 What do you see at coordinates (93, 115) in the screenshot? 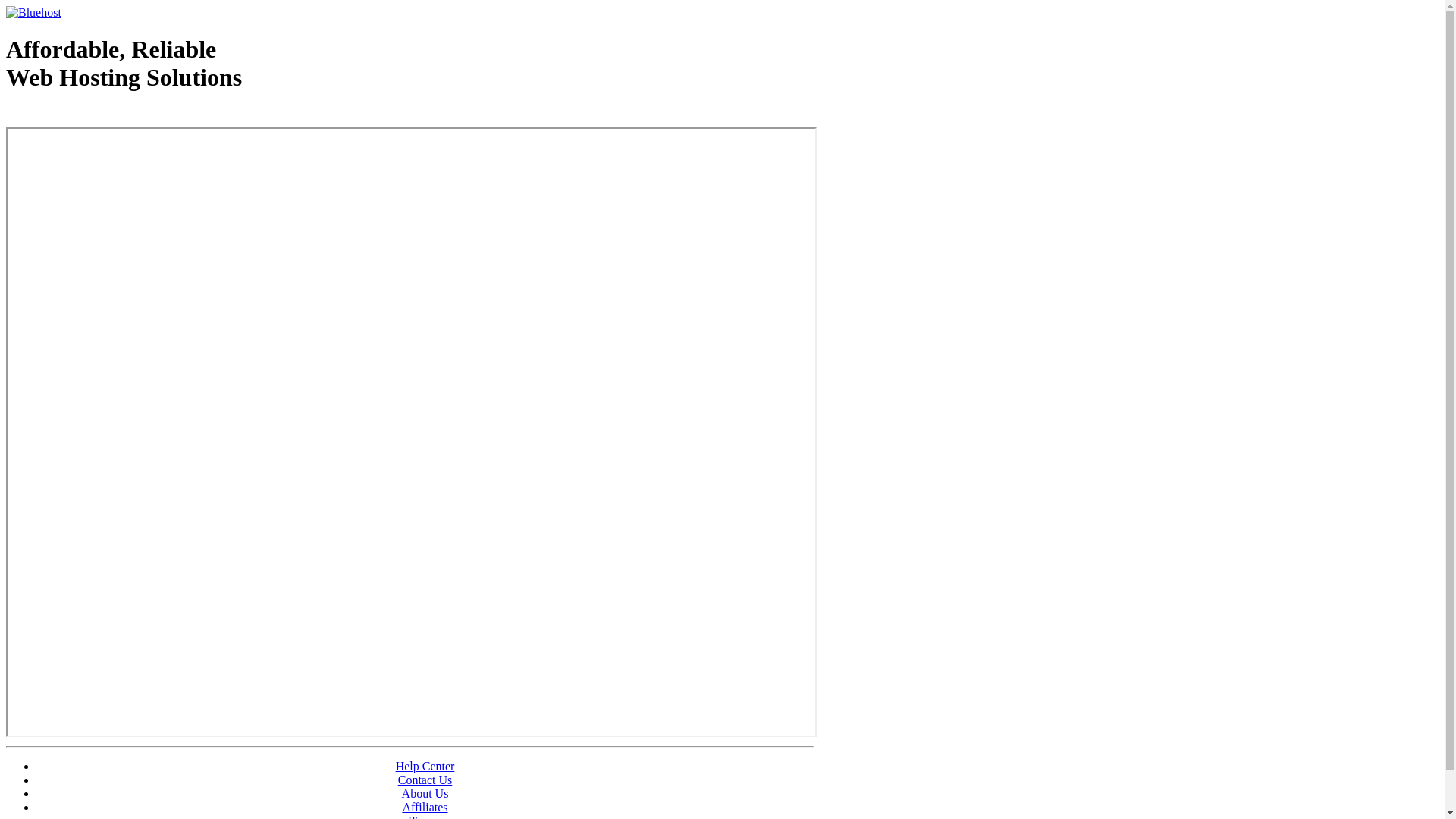
I see `'Web Hosting - courtesy of www.bluehost.com'` at bounding box center [93, 115].